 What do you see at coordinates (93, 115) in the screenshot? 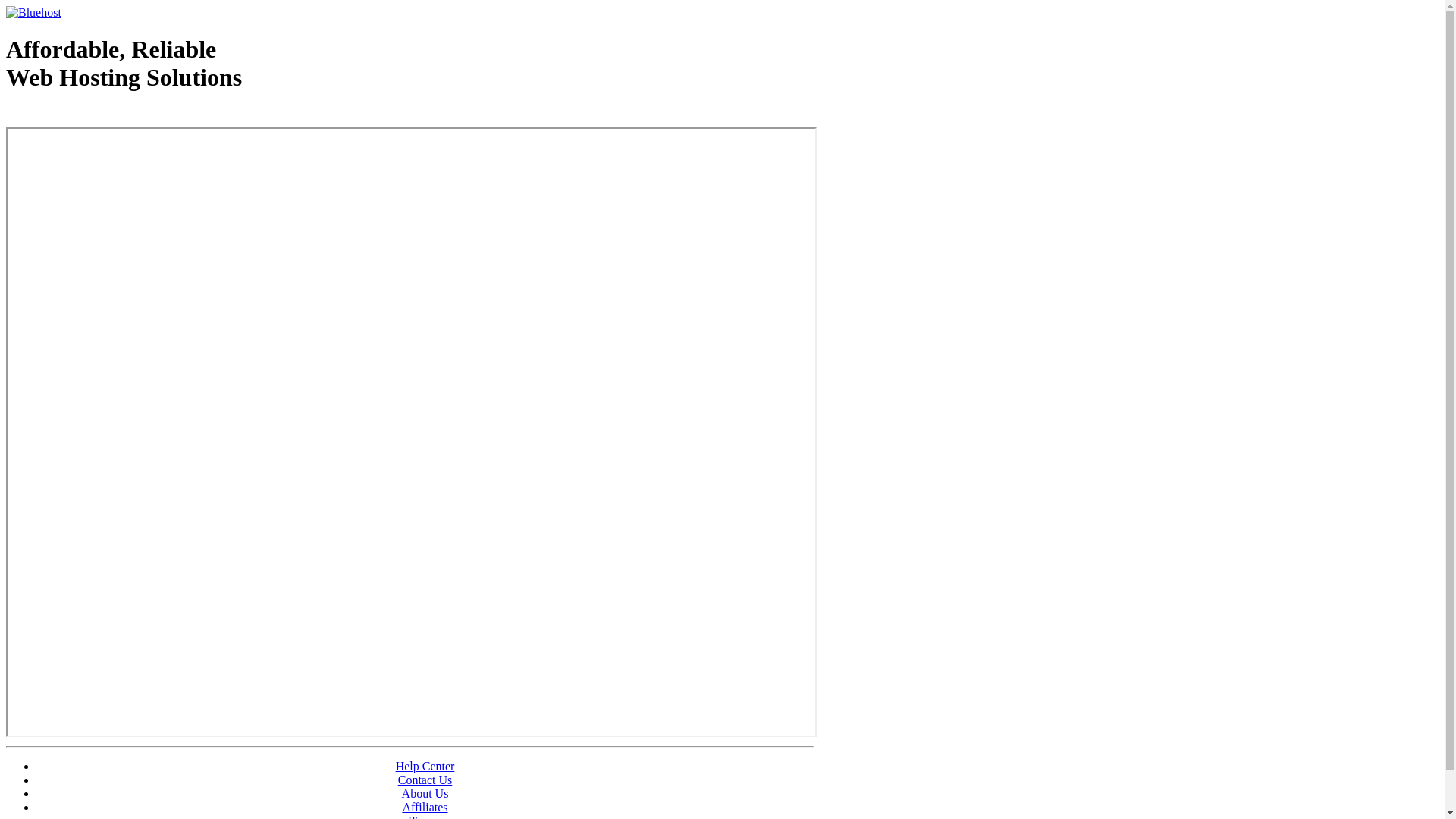
I see `'Web Hosting - courtesy of www.bluehost.com'` at bounding box center [93, 115].